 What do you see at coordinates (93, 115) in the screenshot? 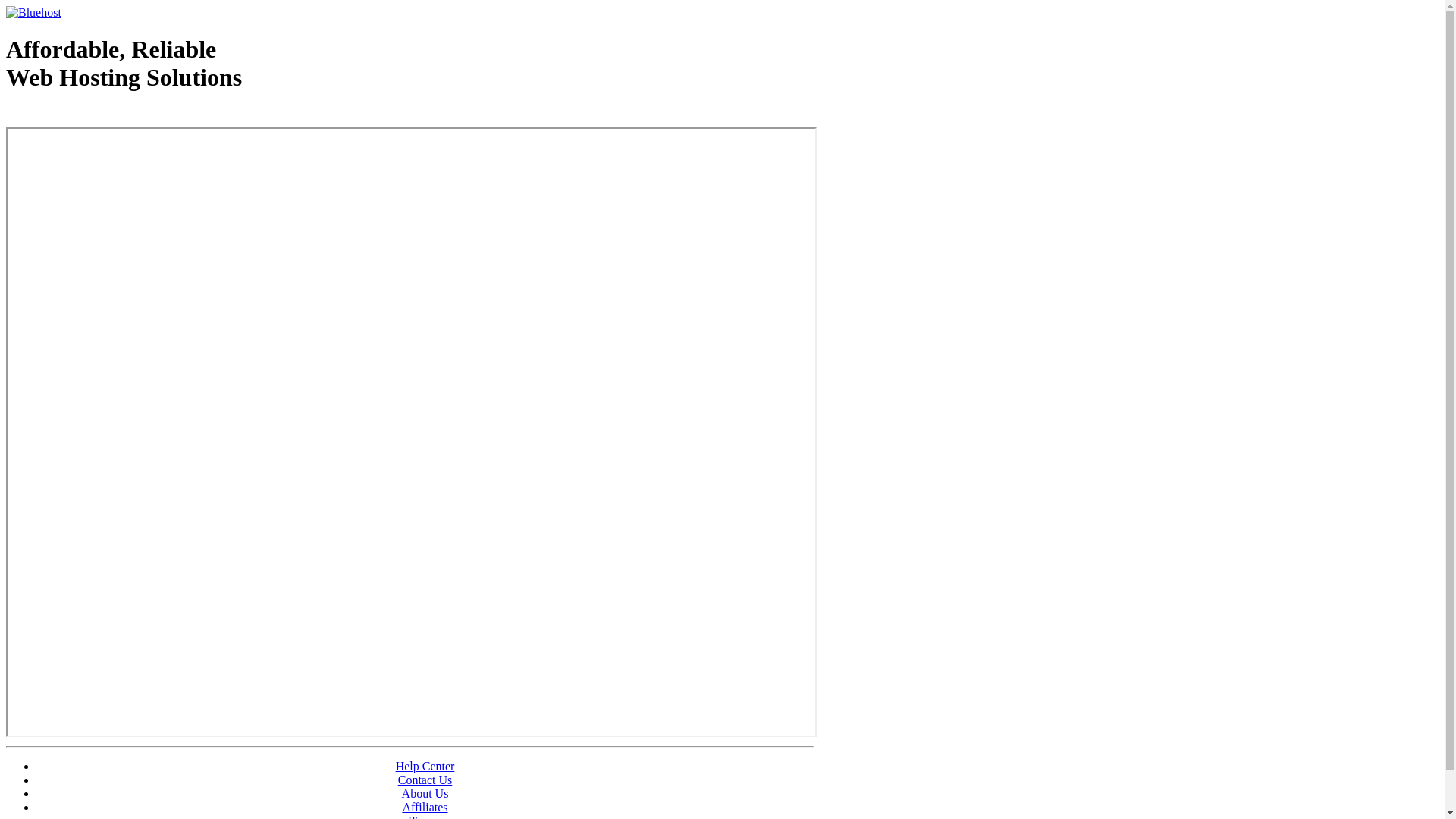
I see `'Web Hosting - courtesy of www.bluehost.com'` at bounding box center [93, 115].